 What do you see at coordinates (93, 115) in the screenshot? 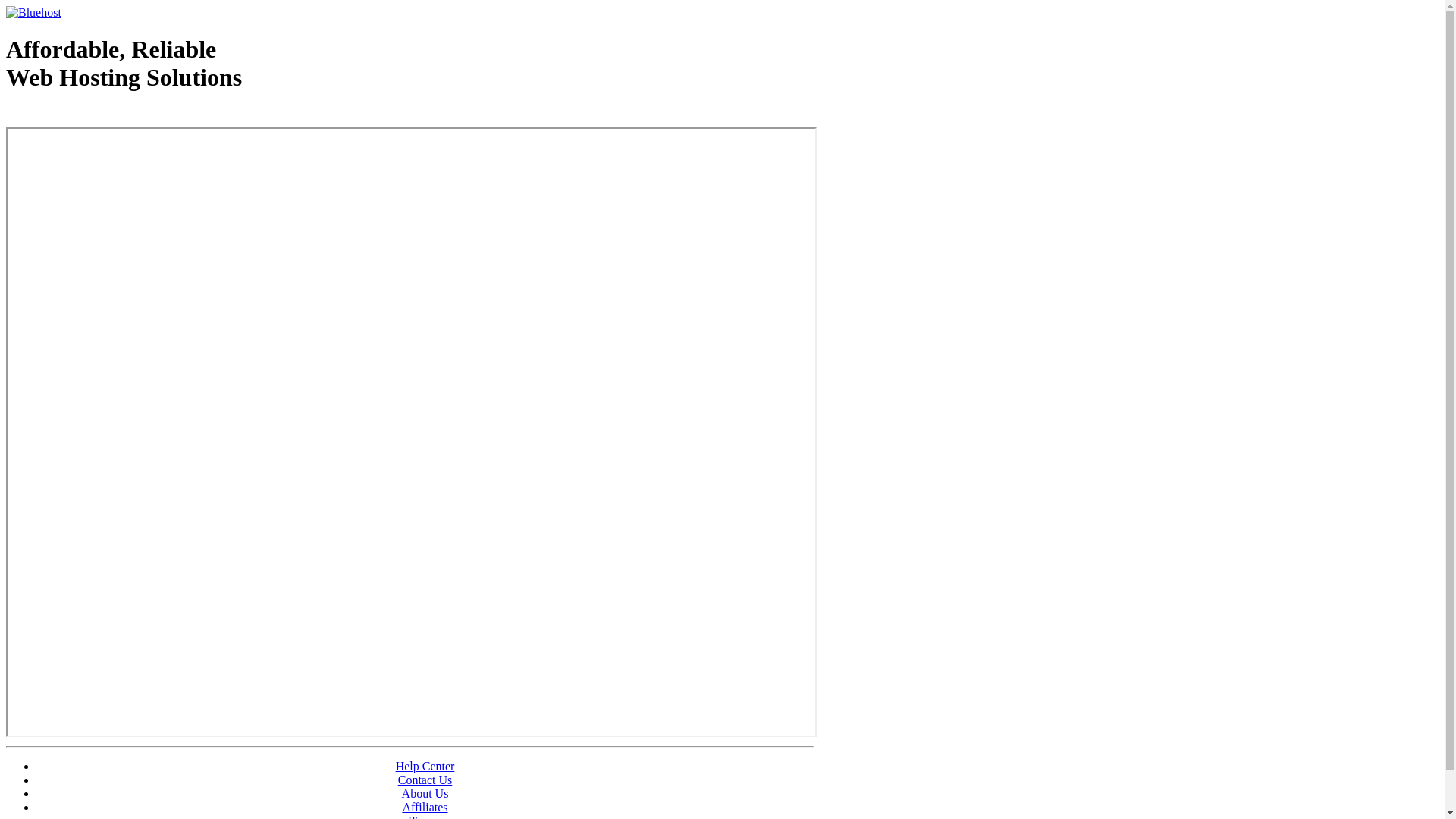
I see `'Web Hosting - courtesy of www.bluehost.com'` at bounding box center [93, 115].